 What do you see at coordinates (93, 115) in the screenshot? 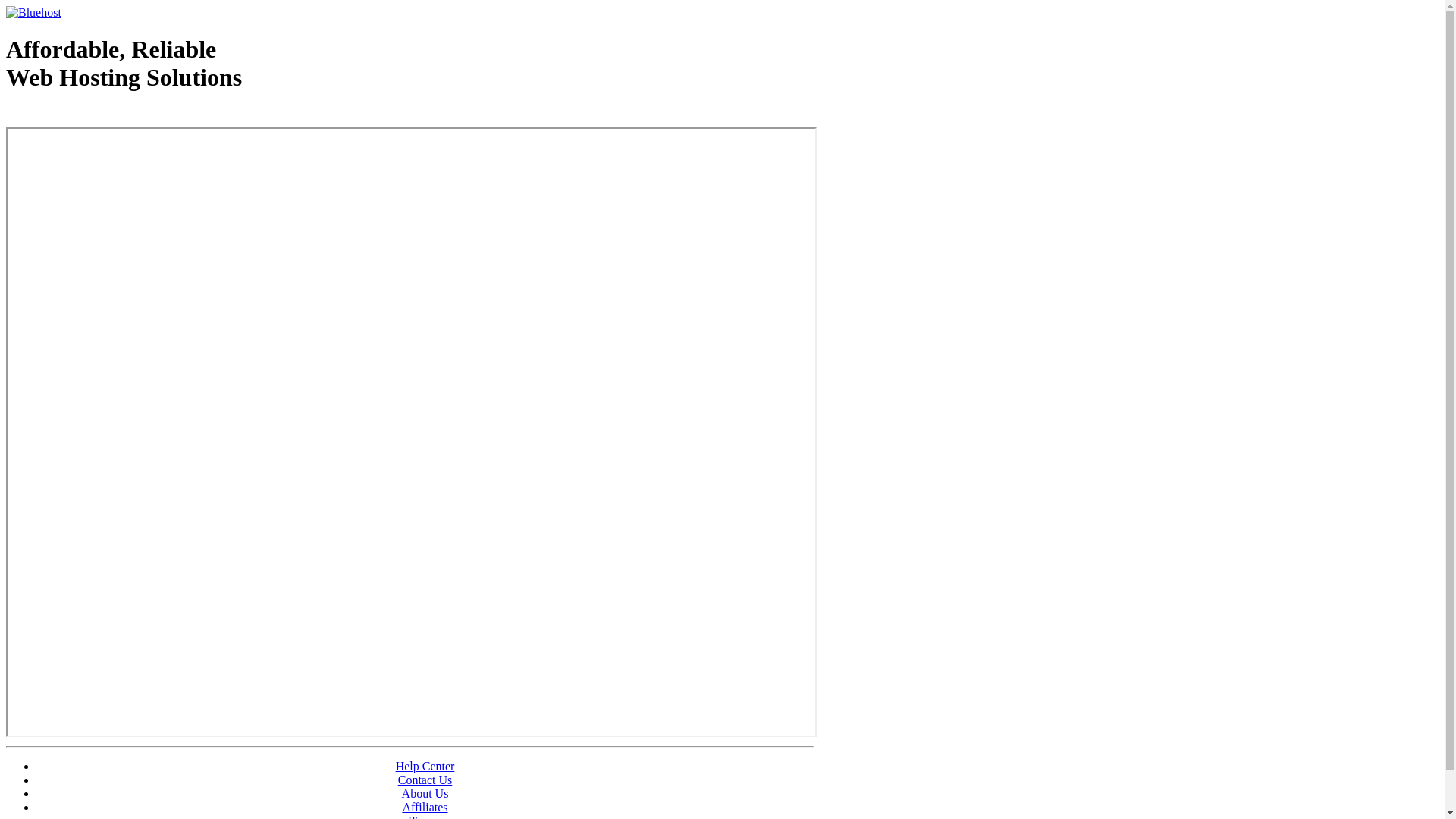
I see `'Web Hosting - courtesy of www.bluehost.com'` at bounding box center [93, 115].